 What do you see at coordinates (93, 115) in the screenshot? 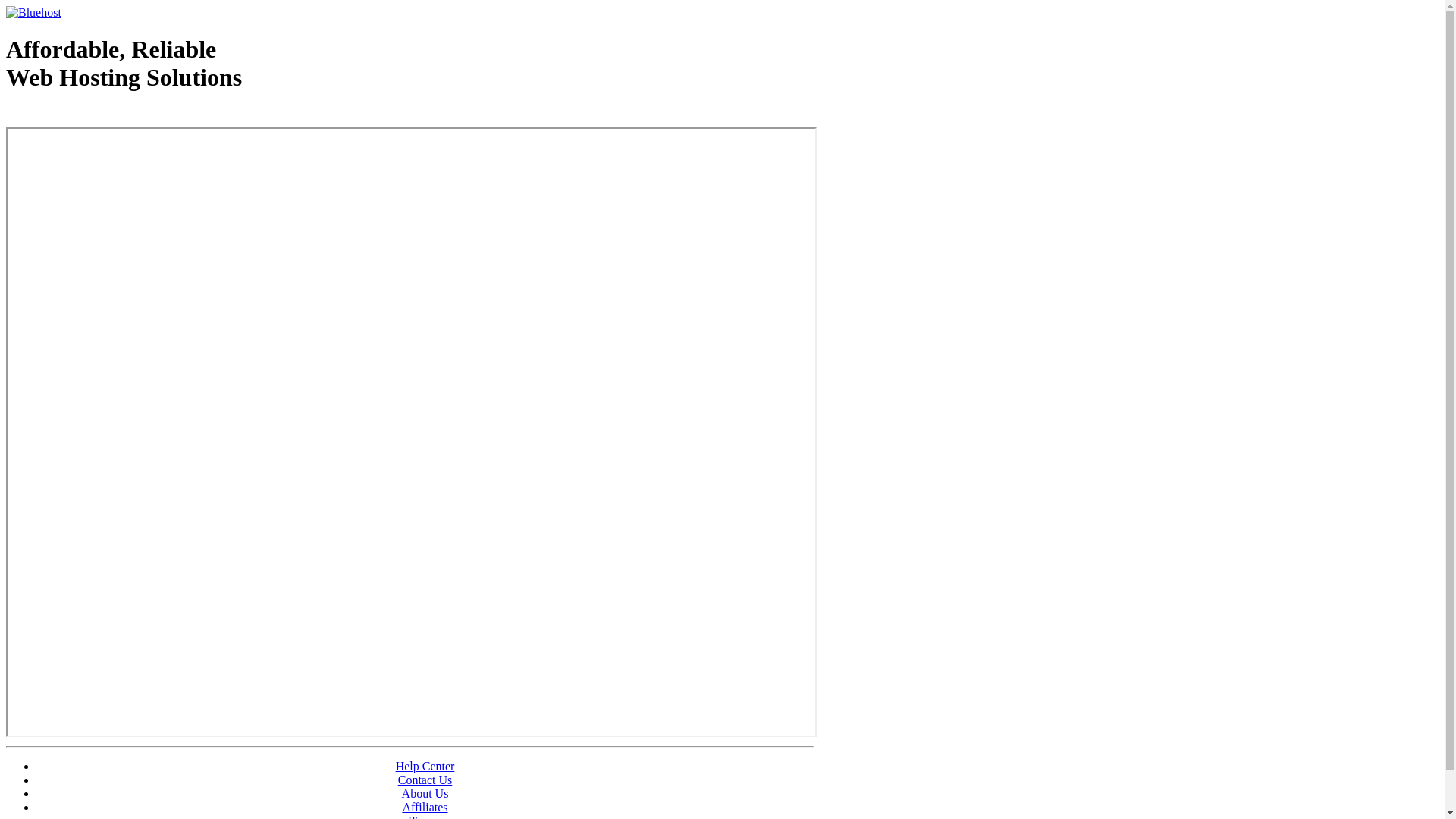
I see `'Web Hosting - courtesy of www.bluehost.com'` at bounding box center [93, 115].